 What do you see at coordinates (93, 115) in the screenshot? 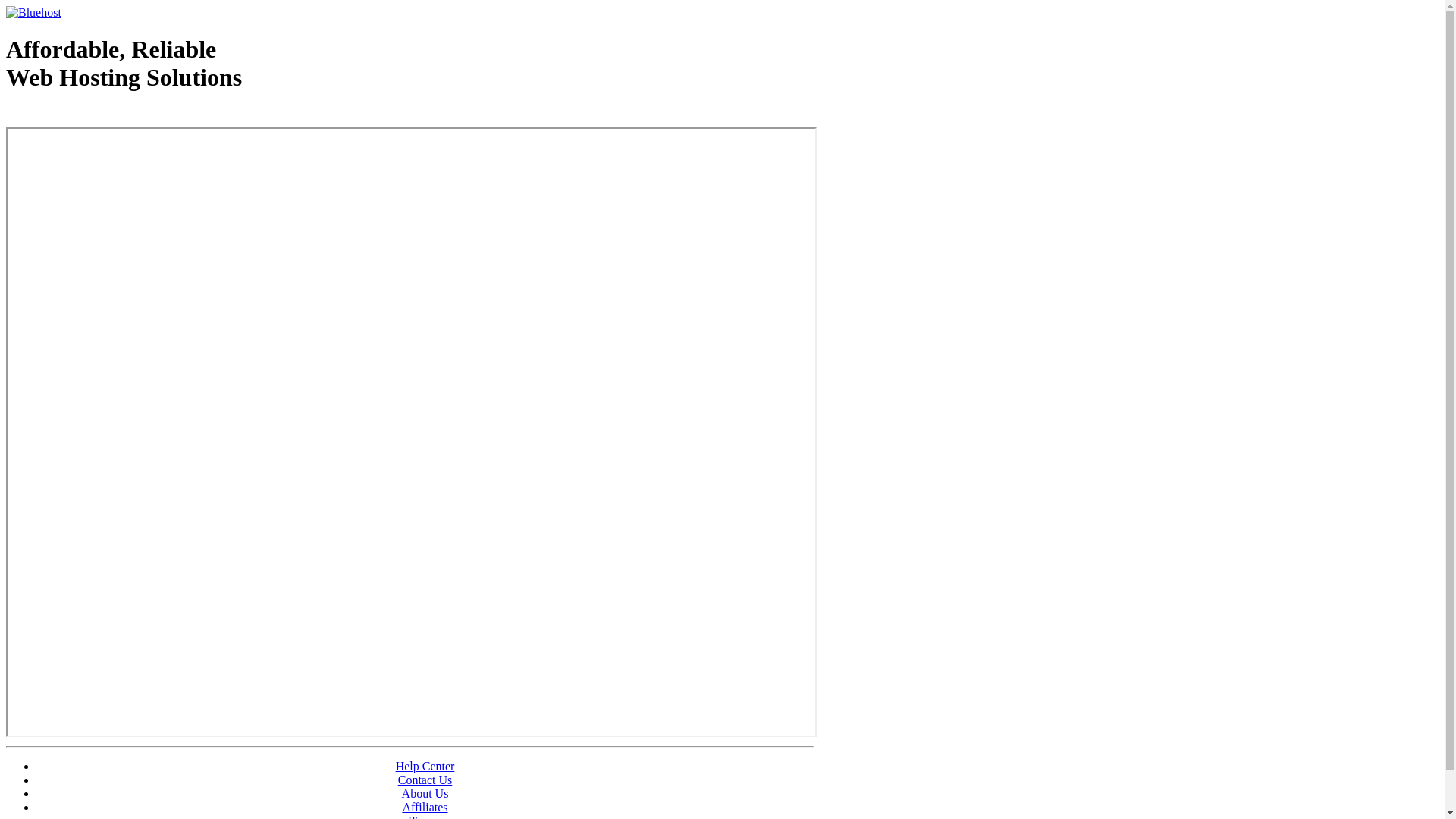
I see `'Web Hosting - courtesy of www.bluehost.com'` at bounding box center [93, 115].